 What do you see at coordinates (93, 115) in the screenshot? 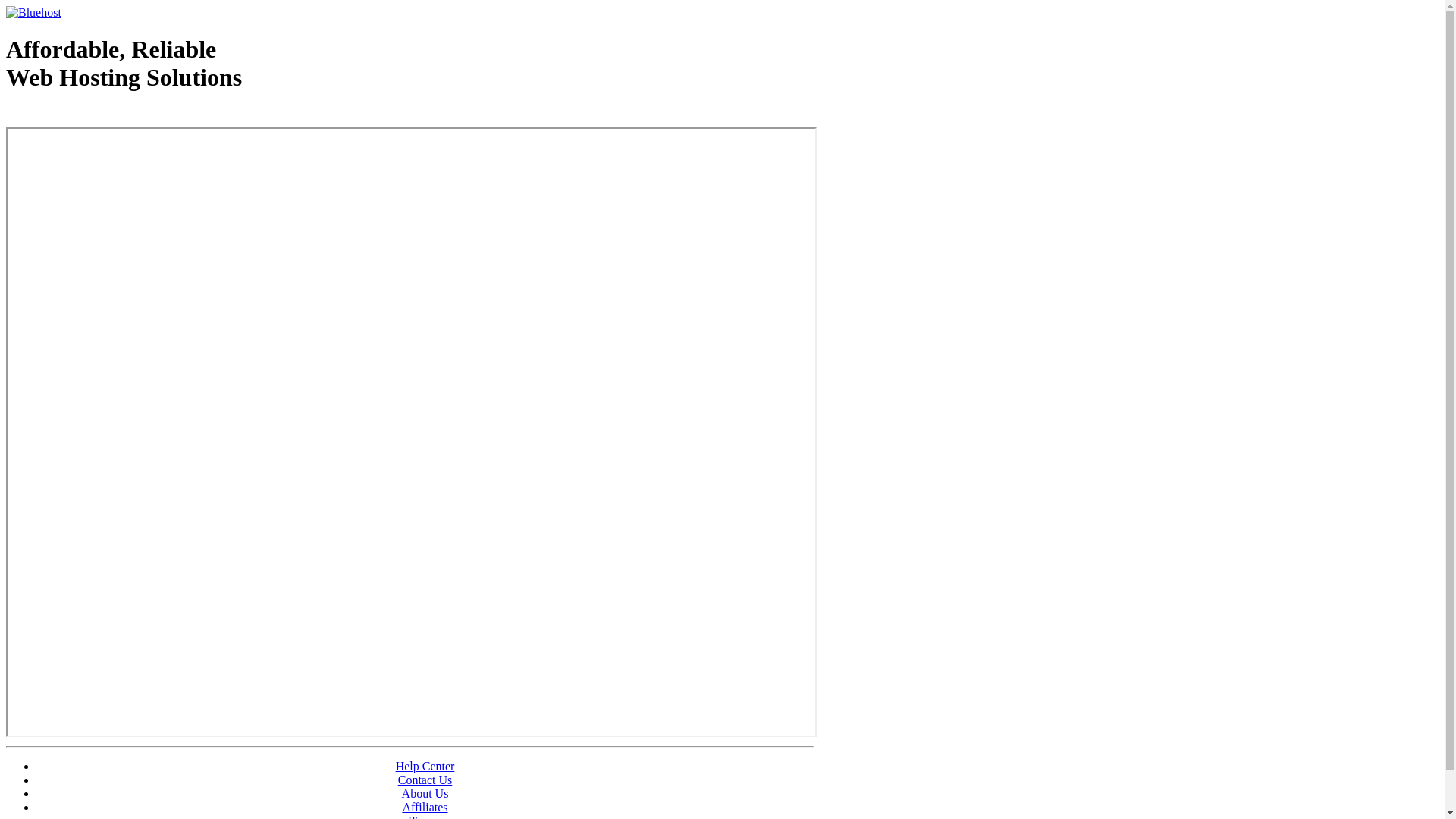
I see `'Web Hosting - courtesy of www.bluehost.com'` at bounding box center [93, 115].